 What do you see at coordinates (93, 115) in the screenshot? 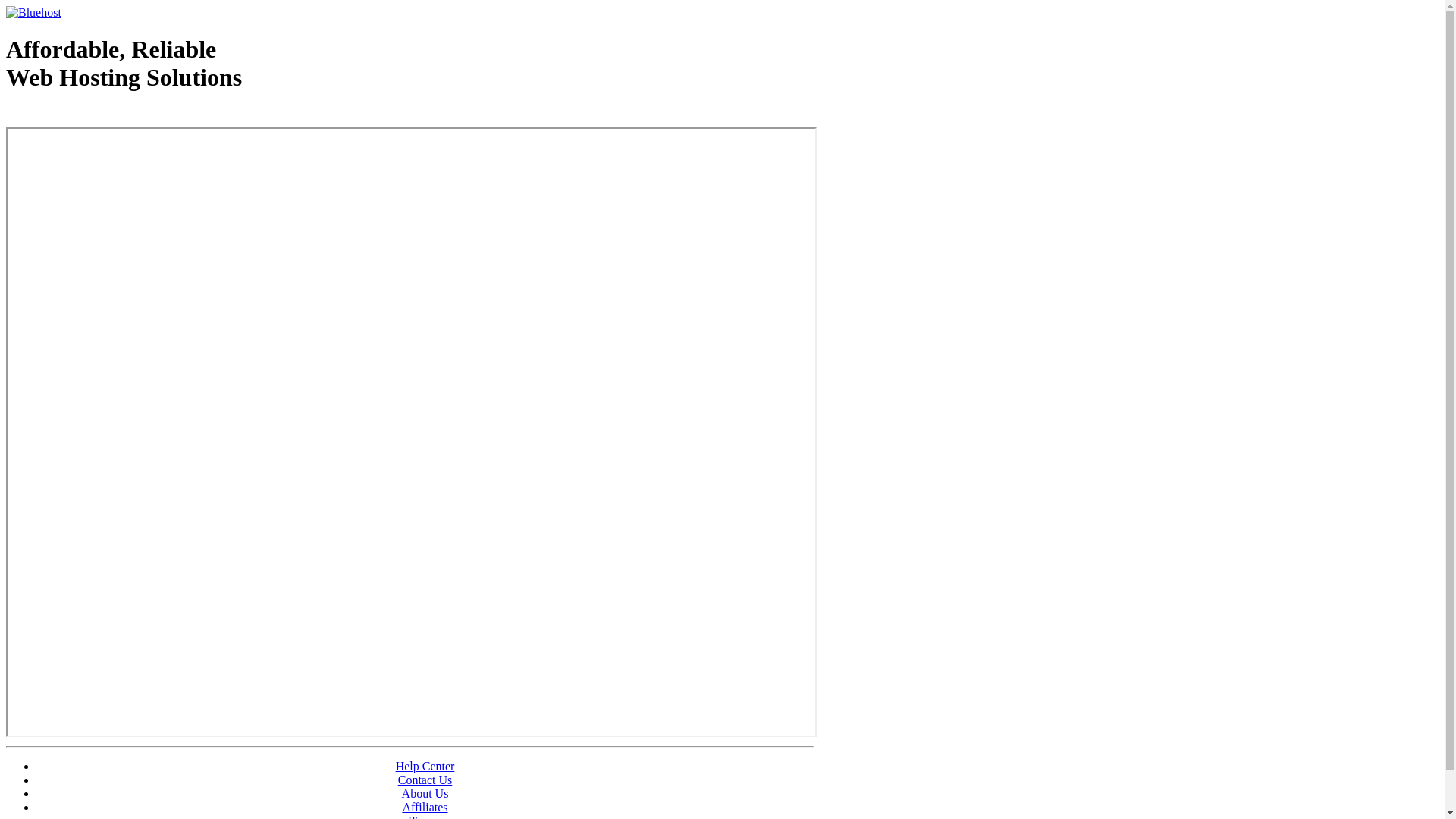
I see `'Web Hosting - courtesy of www.bluehost.com'` at bounding box center [93, 115].